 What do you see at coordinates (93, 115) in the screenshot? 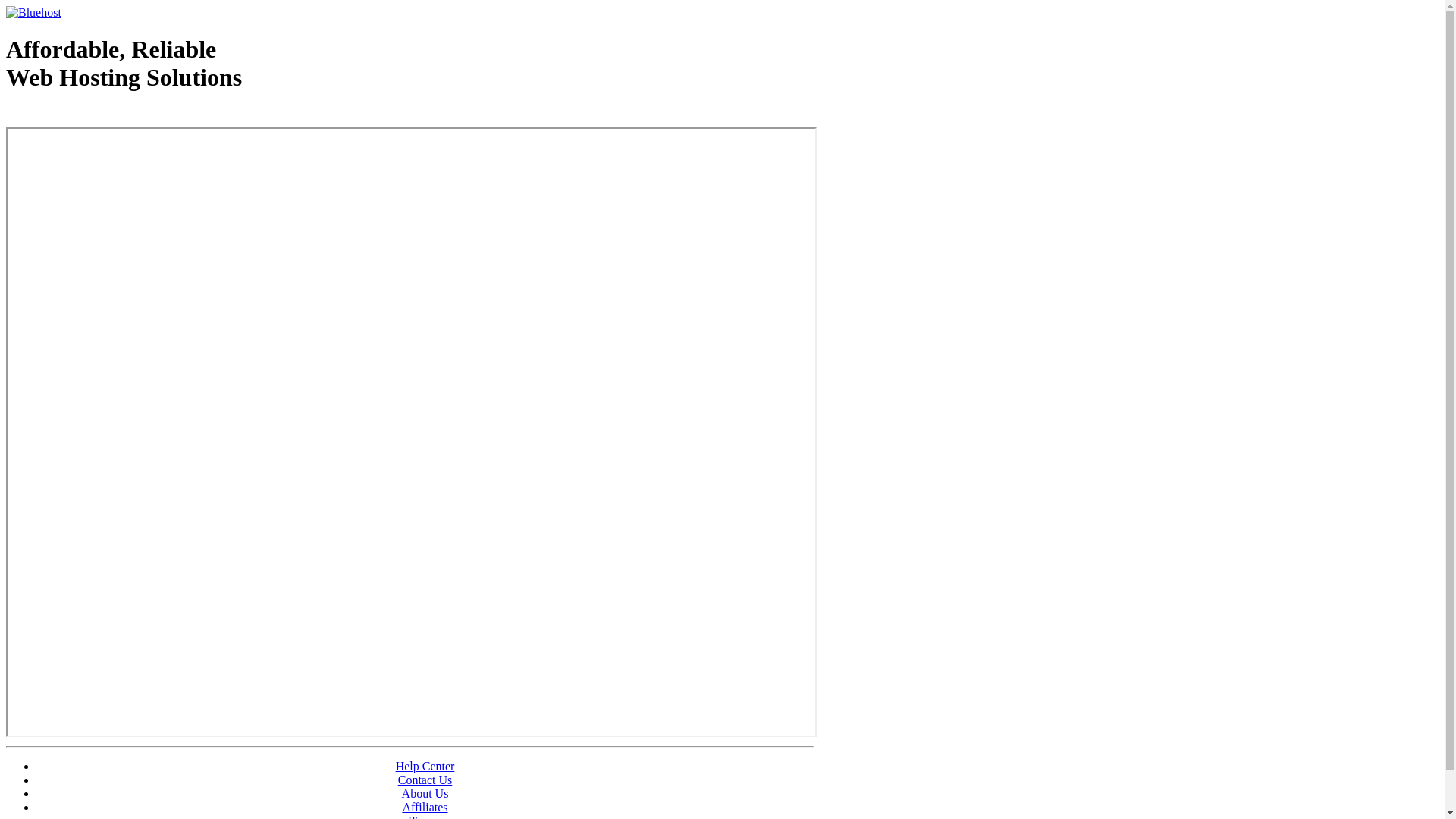
I see `'Web Hosting - courtesy of www.bluehost.com'` at bounding box center [93, 115].